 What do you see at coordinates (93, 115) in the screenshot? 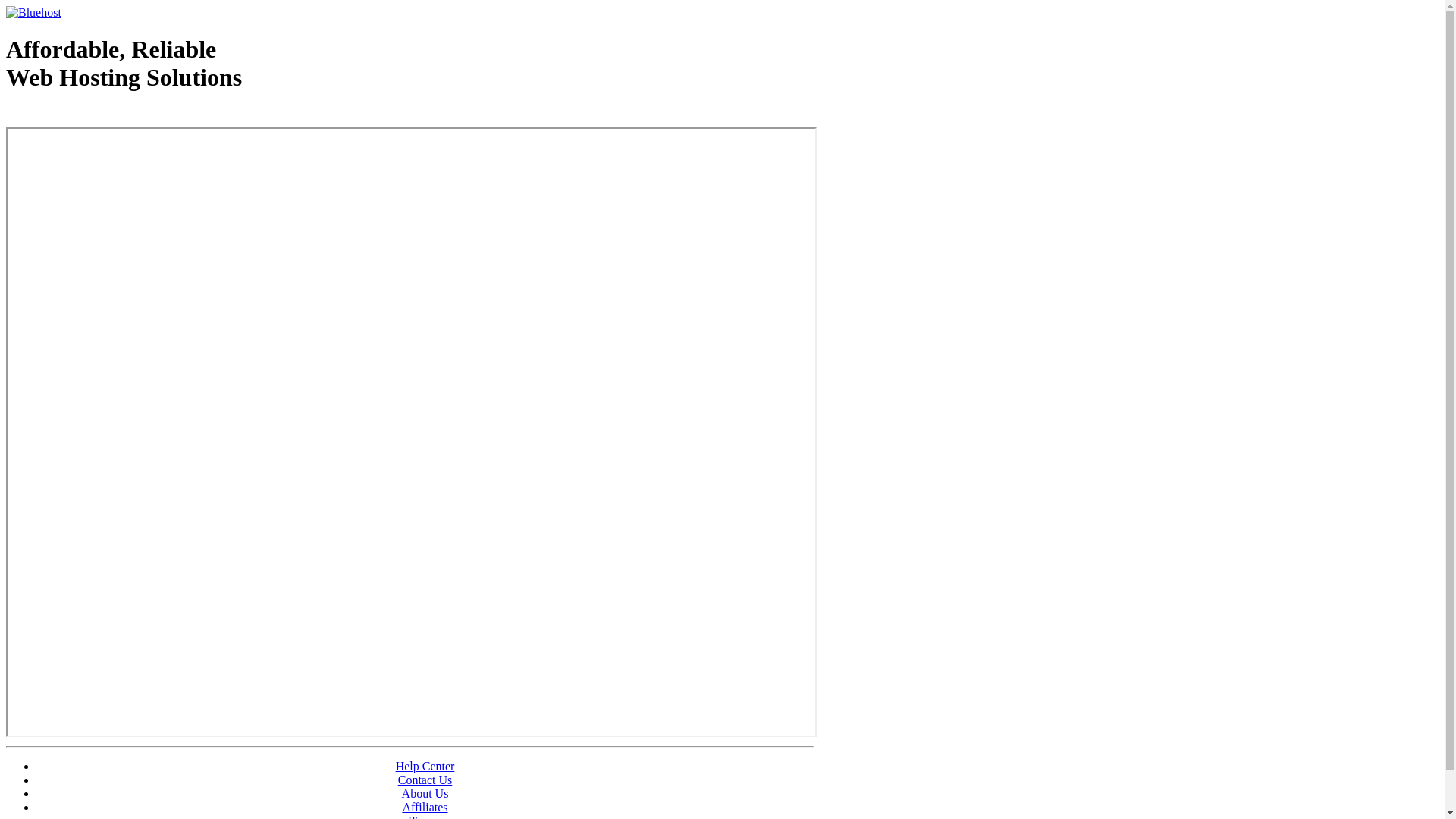
I see `'Web Hosting - courtesy of www.bluehost.com'` at bounding box center [93, 115].